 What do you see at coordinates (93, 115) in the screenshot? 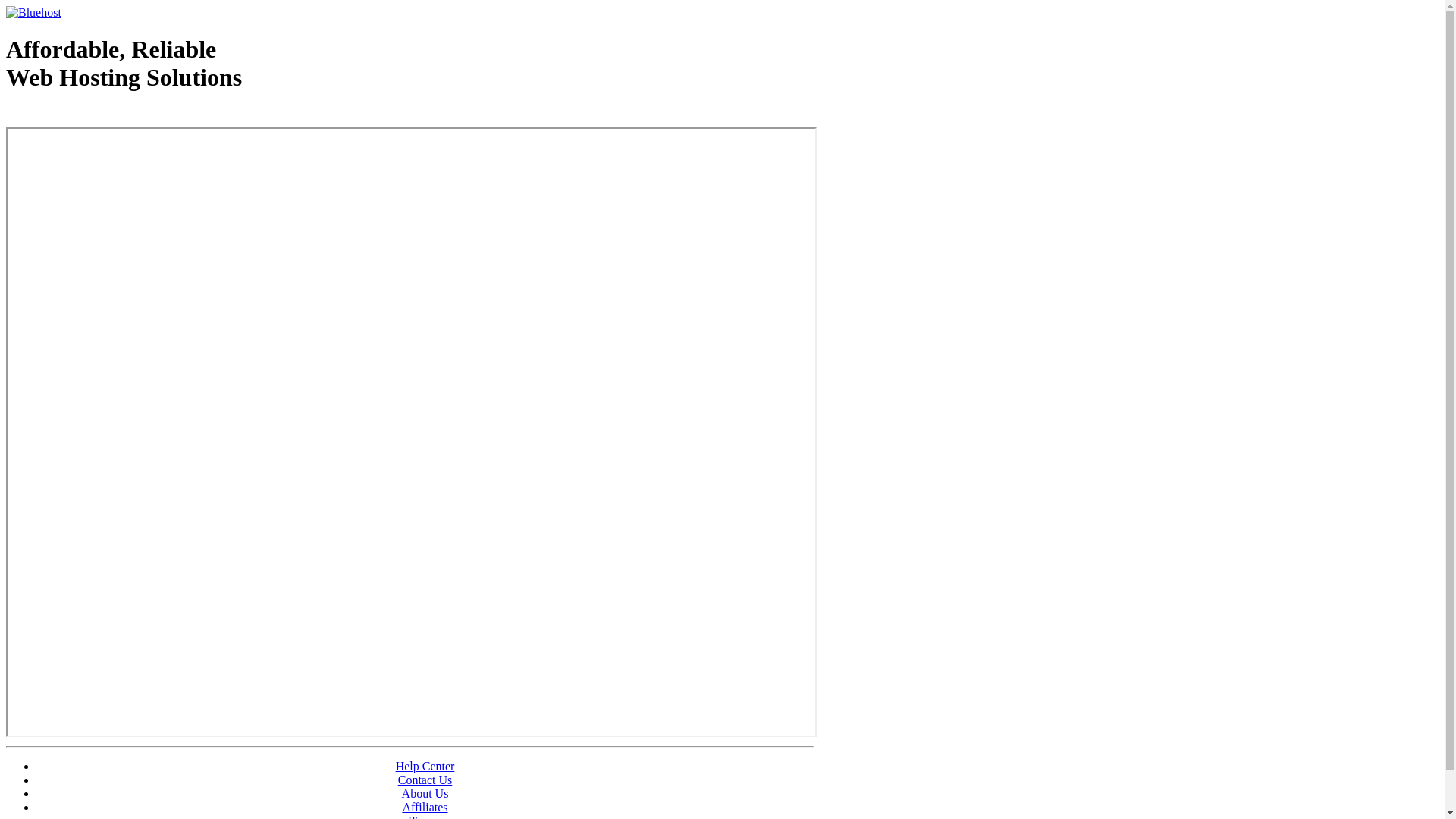
I see `'Web Hosting - courtesy of www.bluehost.com'` at bounding box center [93, 115].